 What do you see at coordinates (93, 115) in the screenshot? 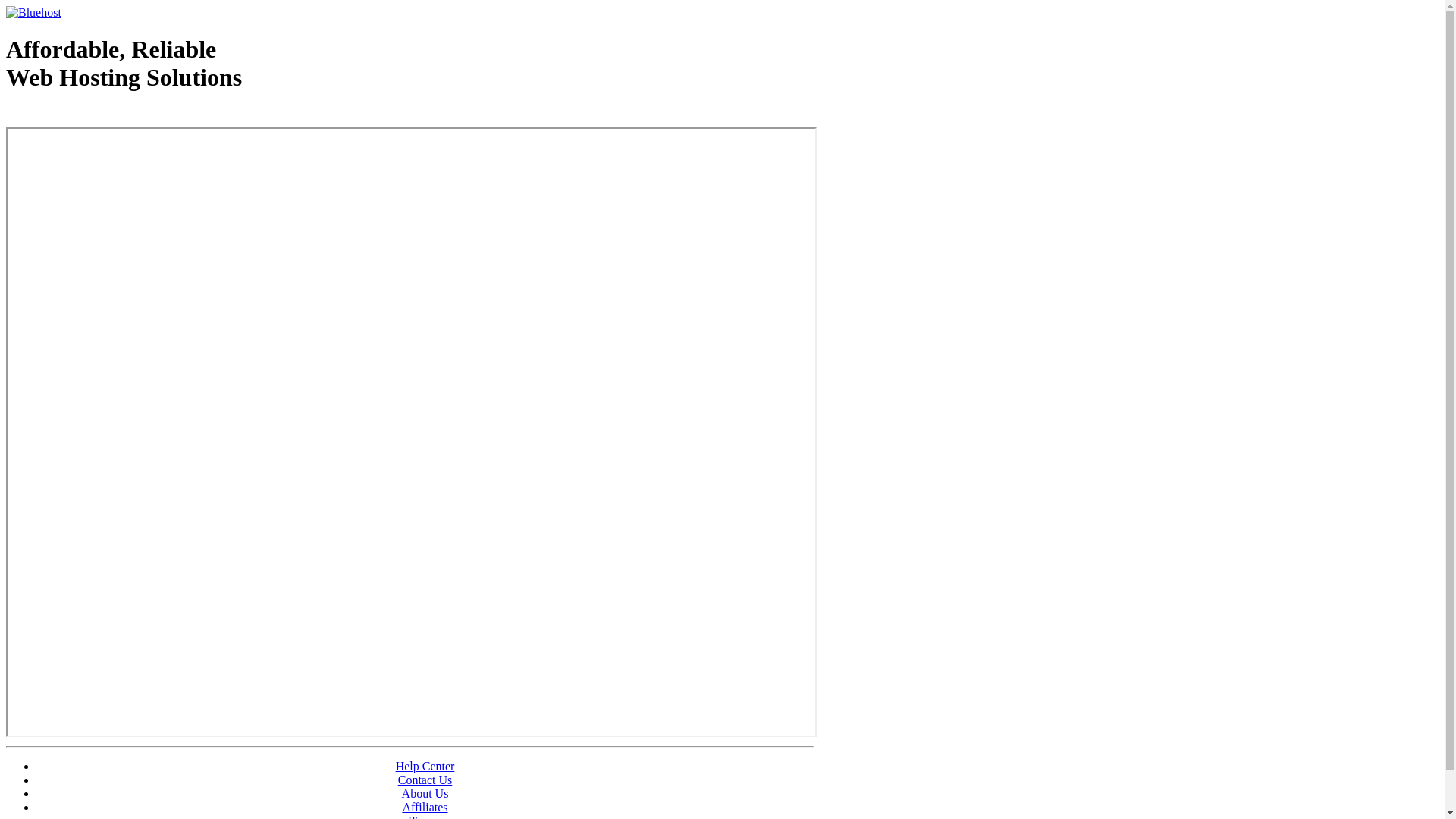
I see `'Web Hosting - courtesy of www.bluehost.com'` at bounding box center [93, 115].